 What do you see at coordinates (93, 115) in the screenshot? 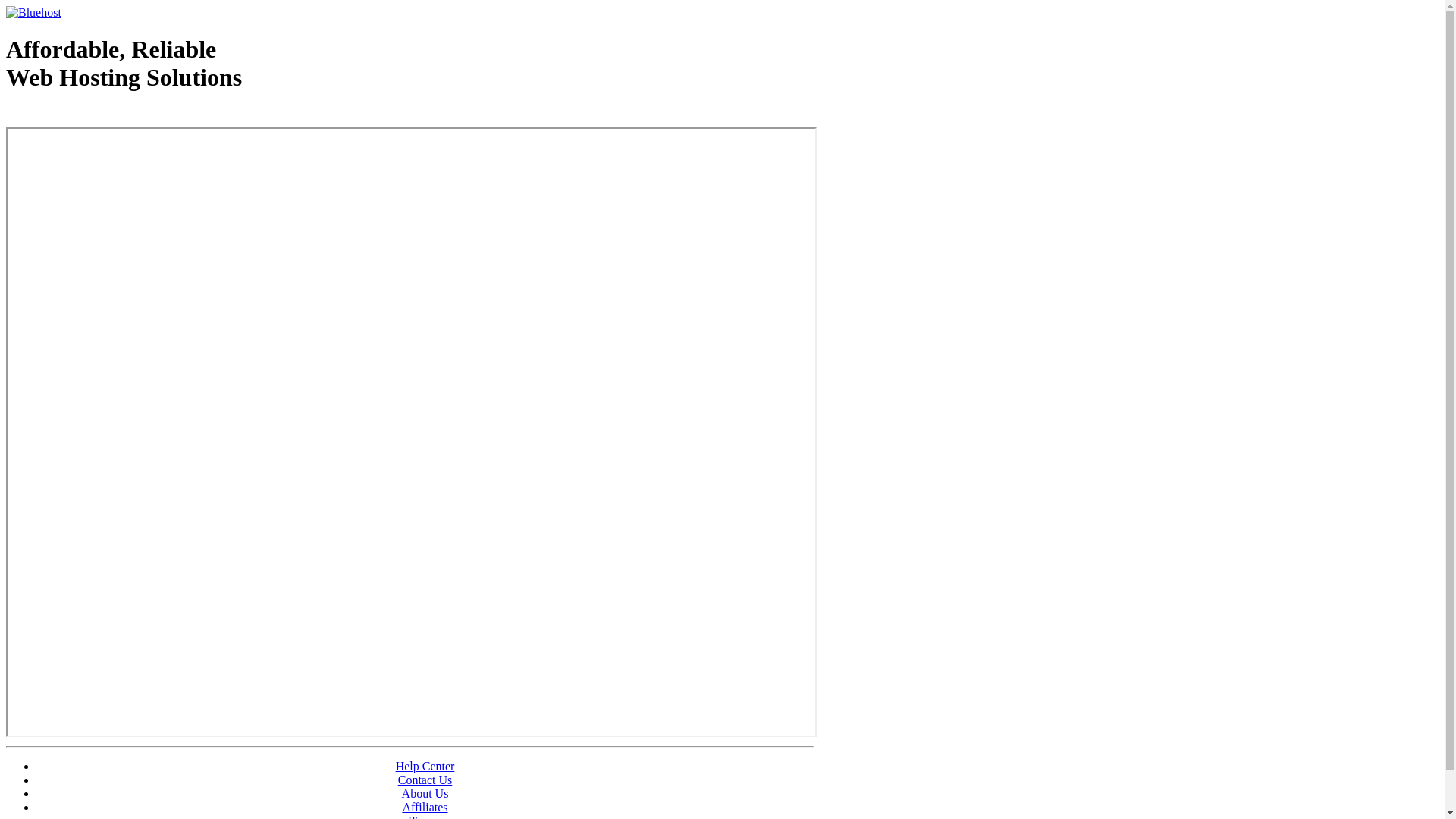
I see `'Web Hosting - courtesy of www.bluehost.com'` at bounding box center [93, 115].